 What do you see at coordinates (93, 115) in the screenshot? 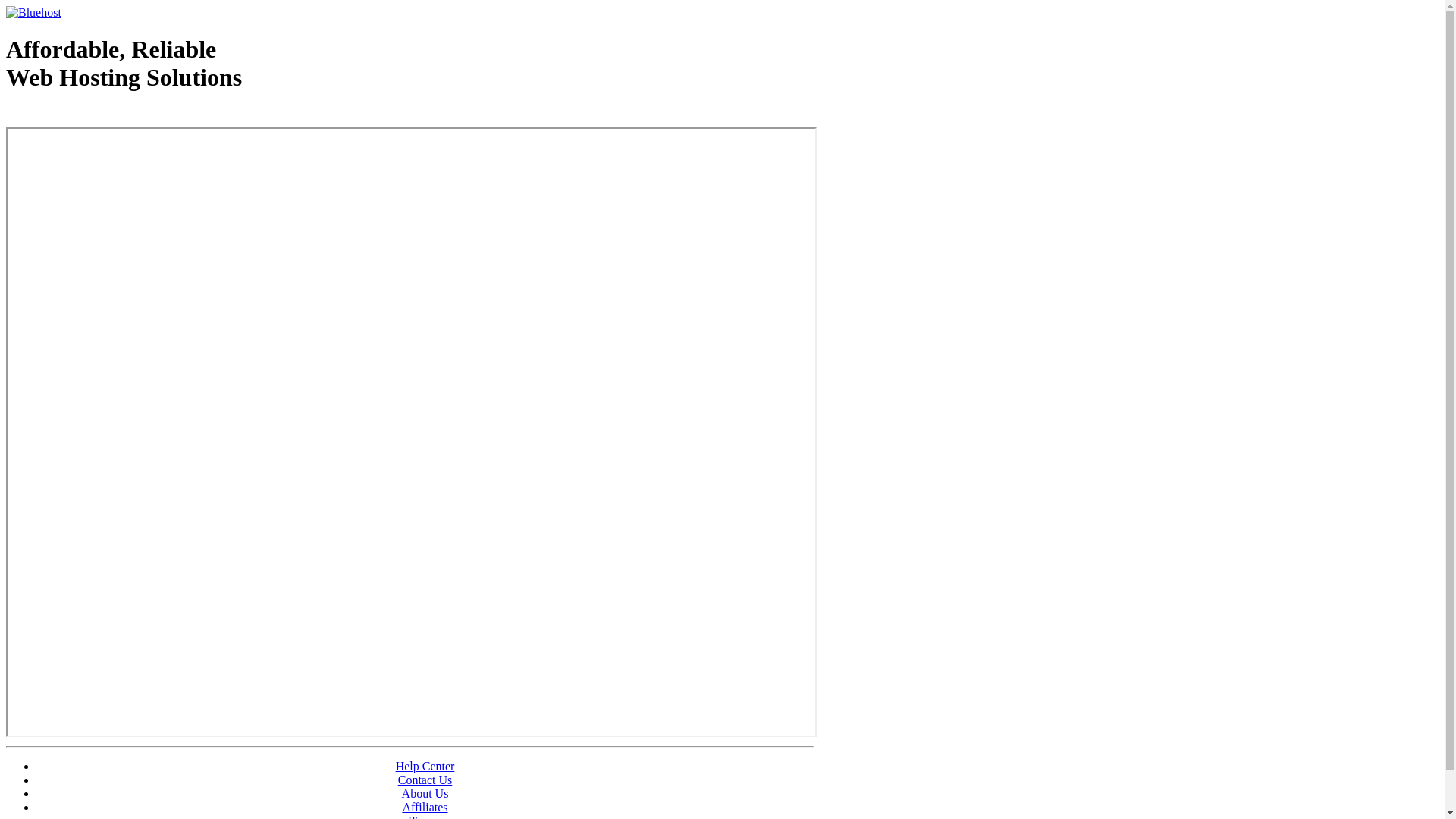
I see `'Web Hosting - courtesy of www.bluehost.com'` at bounding box center [93, 115].